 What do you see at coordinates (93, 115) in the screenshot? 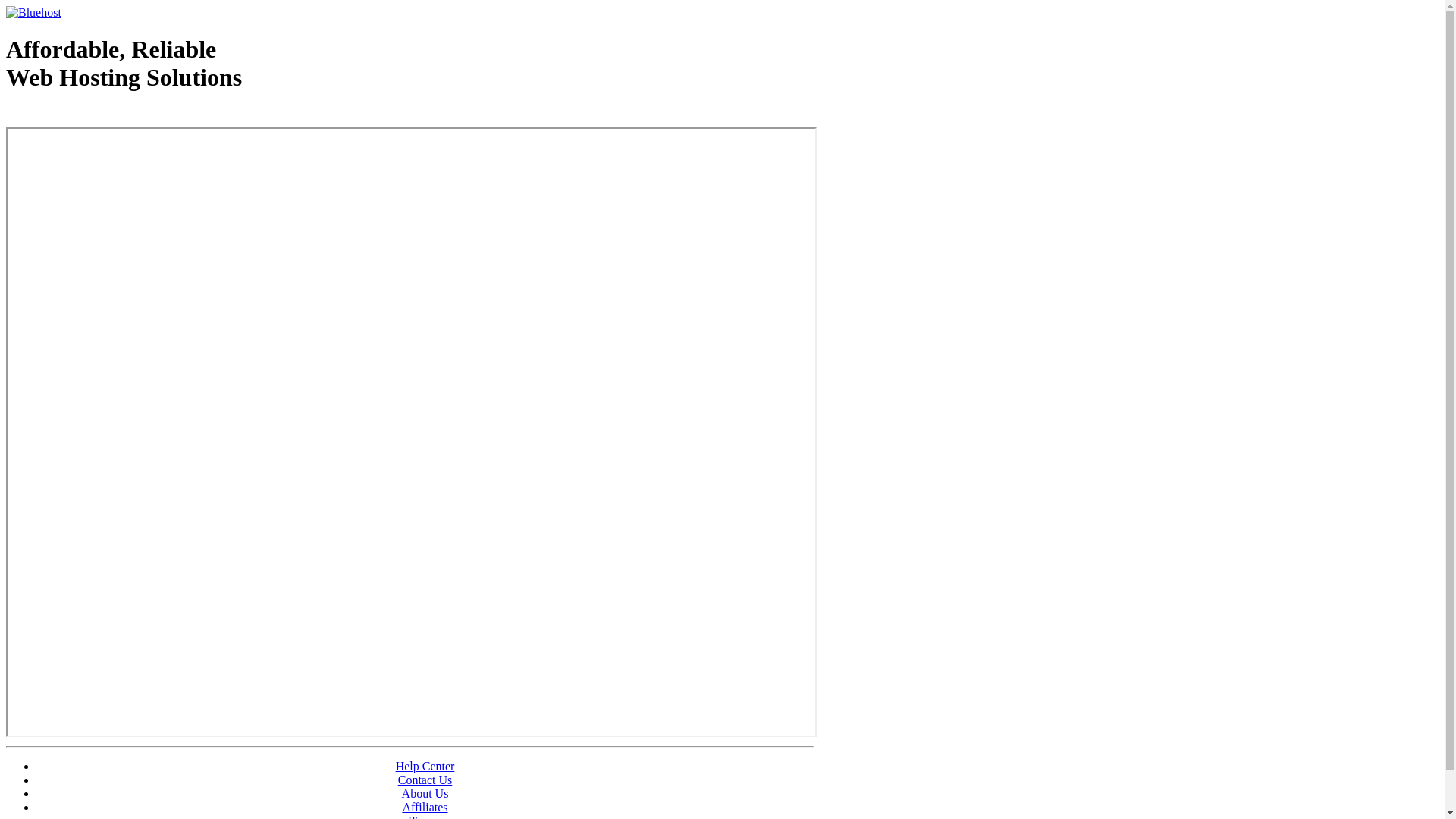
I see `'Web Hosting - courtesy of www.bluehost.com'` at bounding box center [93, 115].